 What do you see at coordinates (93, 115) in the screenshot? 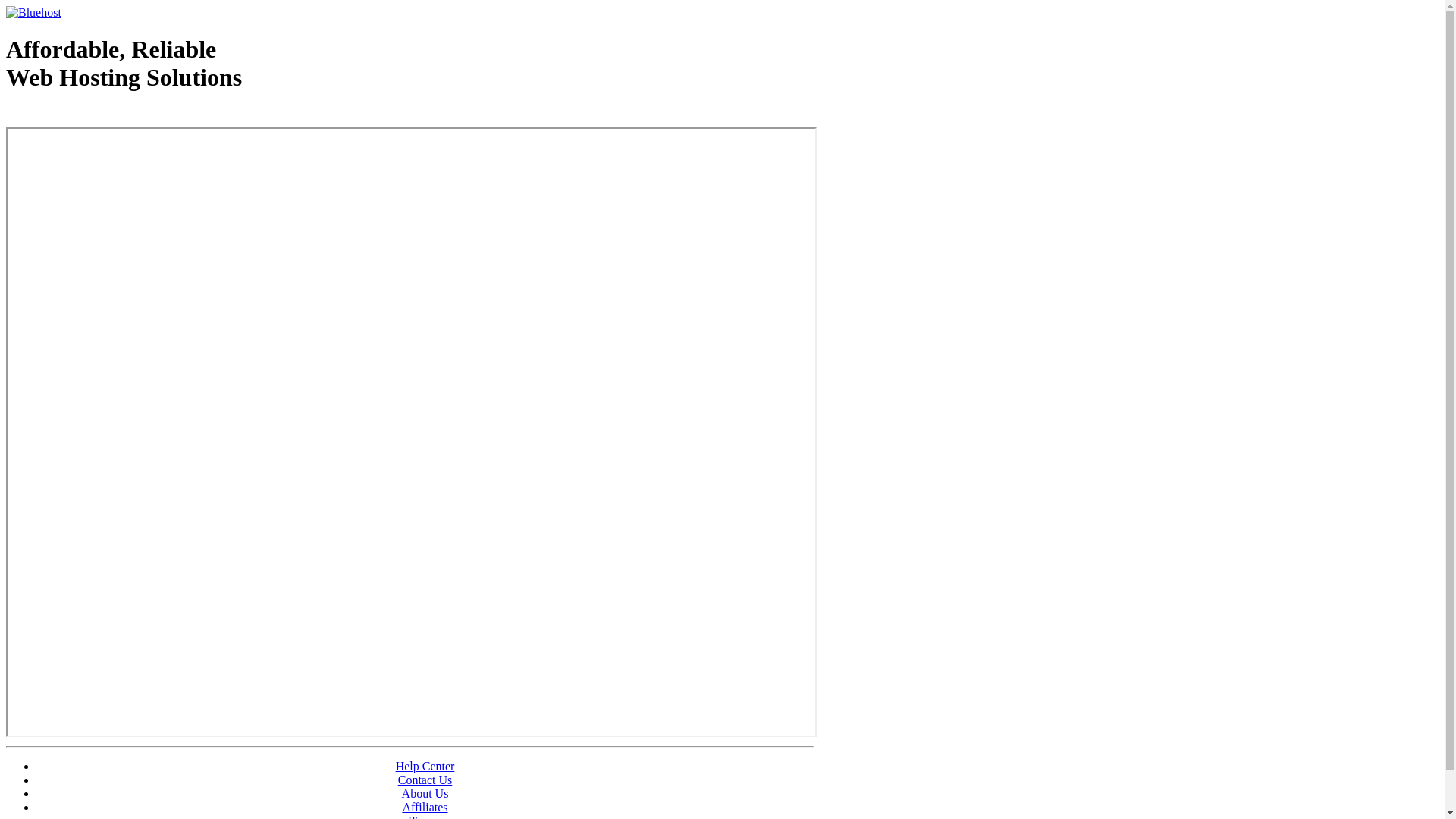
I see `'Web Hosting - courtesy of www.bluehost.com'` at bounding box center [93, 115].